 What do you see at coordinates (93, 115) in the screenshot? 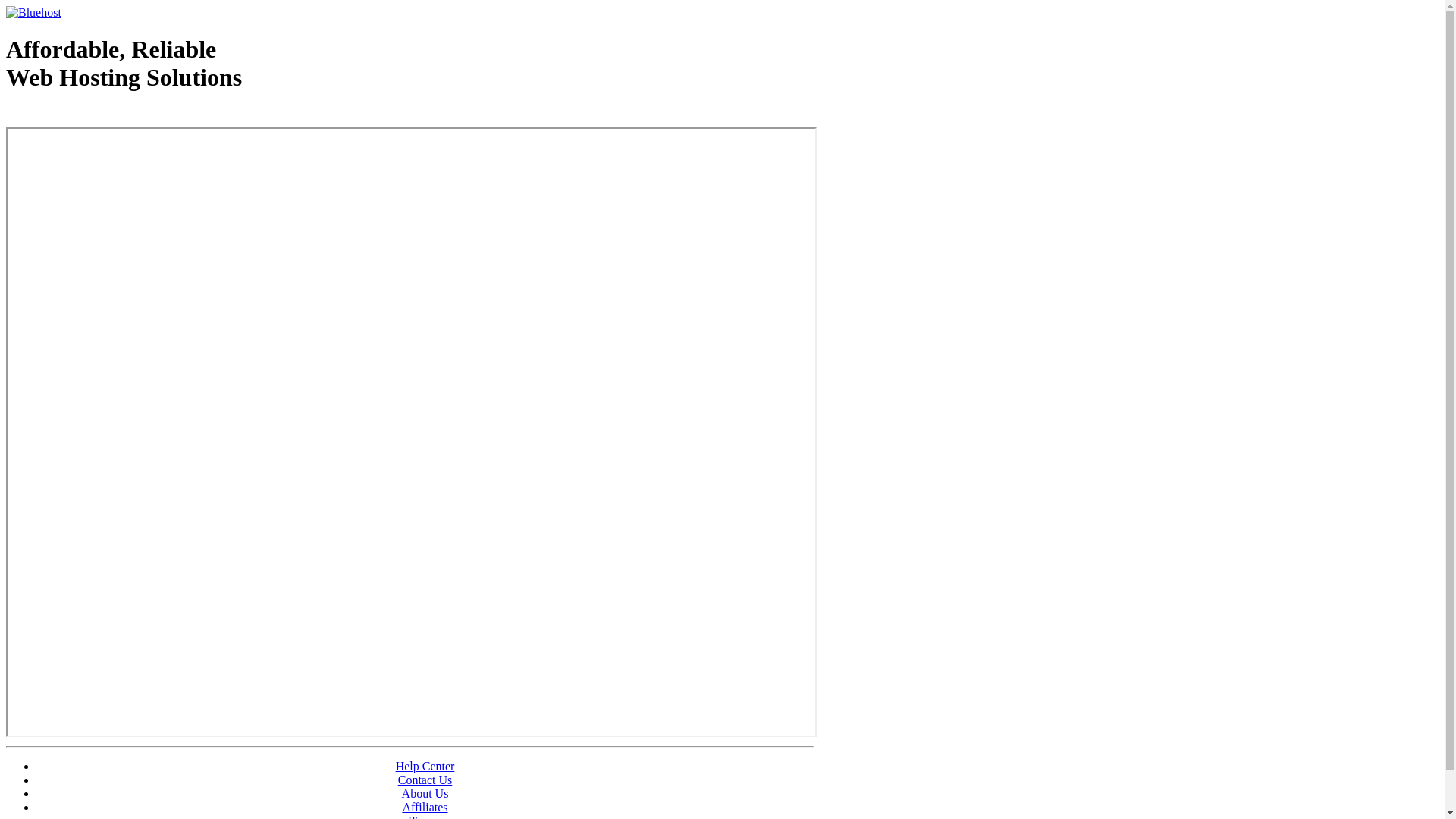
I see `'Web Hosting - courtesy of www.bluehost.com'` at bounding box center [93, 115].